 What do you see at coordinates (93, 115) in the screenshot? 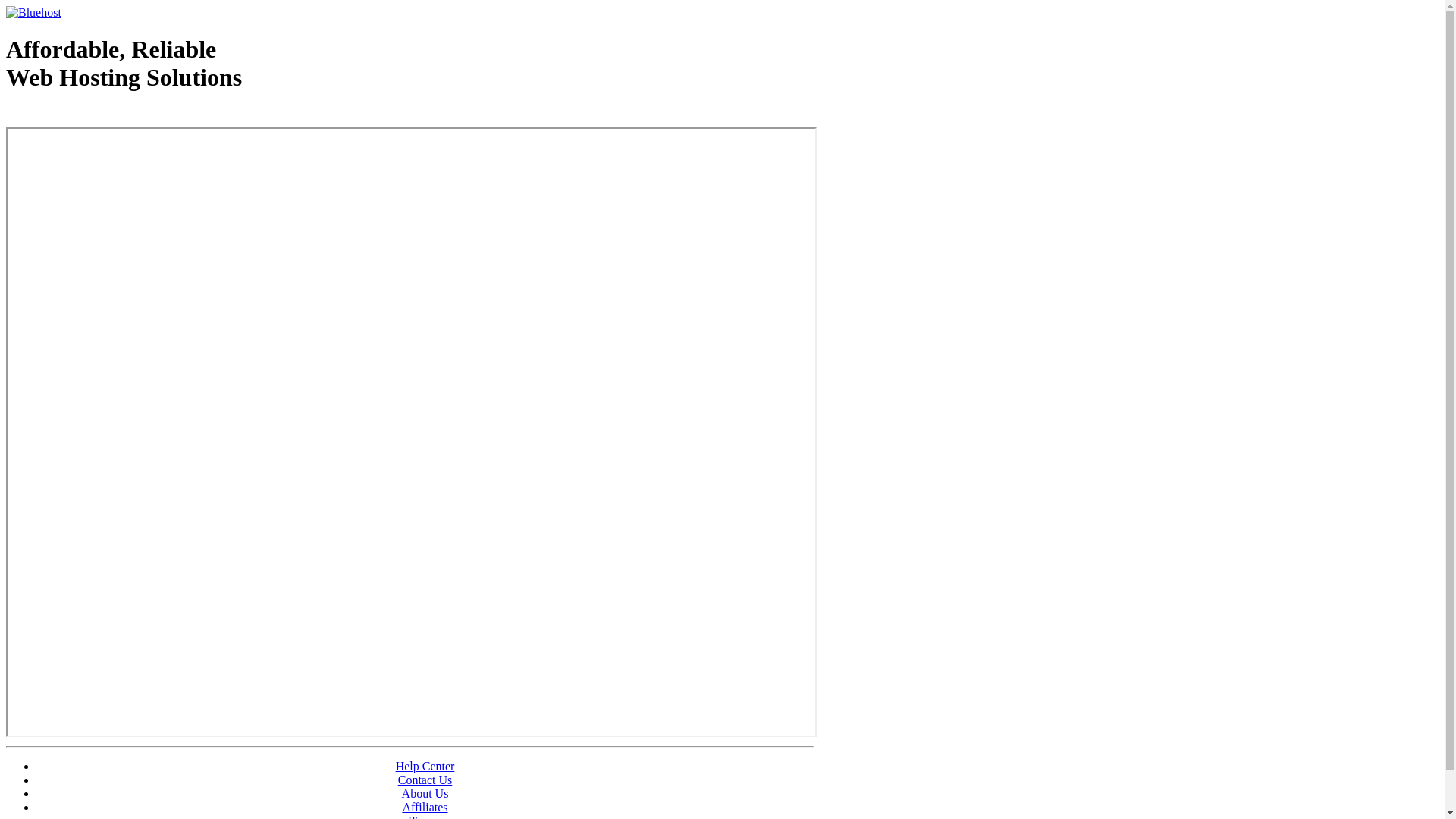
I see `'Web Hosting - courtesy of www.bluehost.com'` at bounding box center [93, 115].